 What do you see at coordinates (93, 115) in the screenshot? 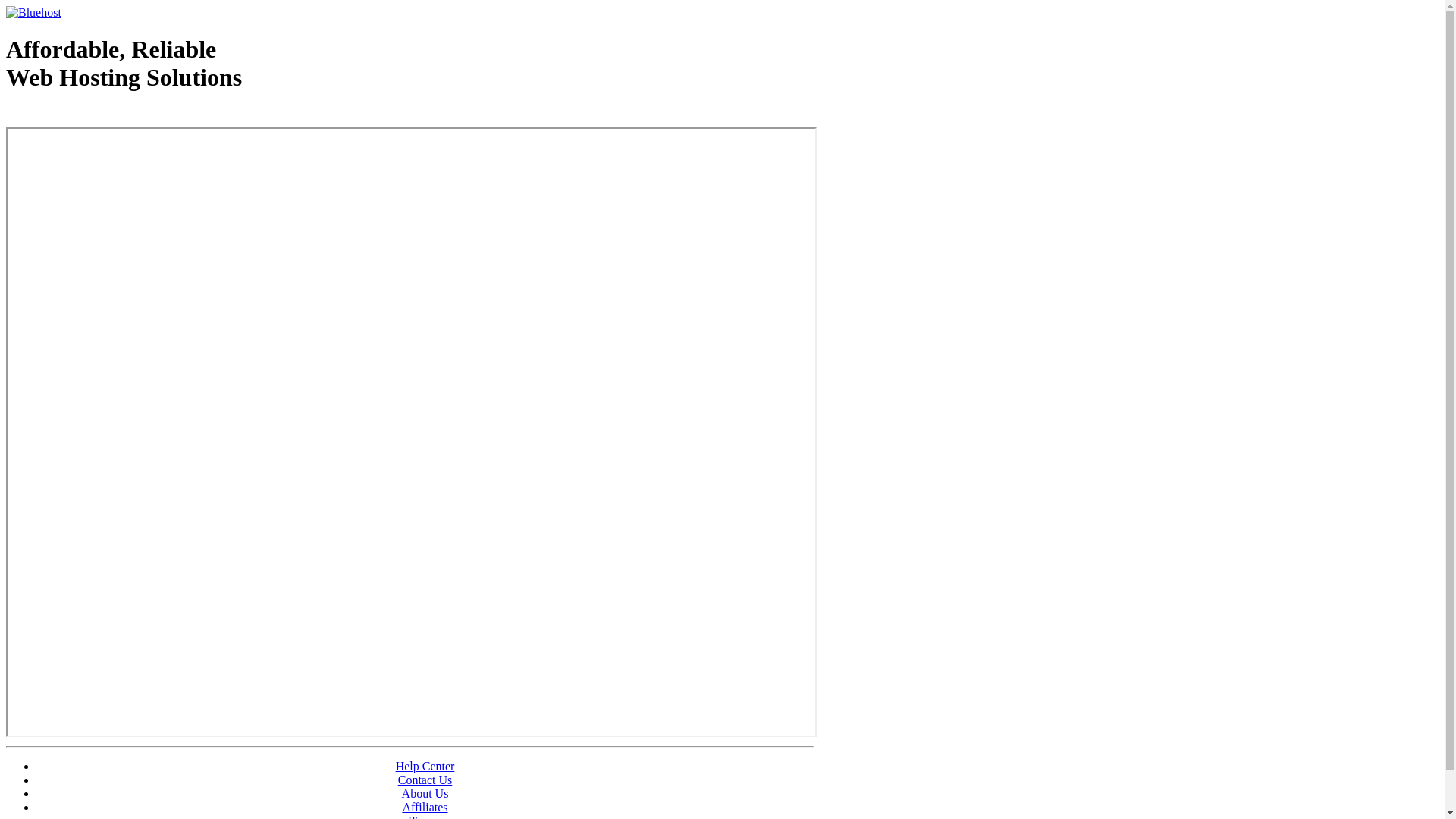
I see `'Web Hosting - courtesy of www.bluehost.com'` at bounding box center [93, 115].